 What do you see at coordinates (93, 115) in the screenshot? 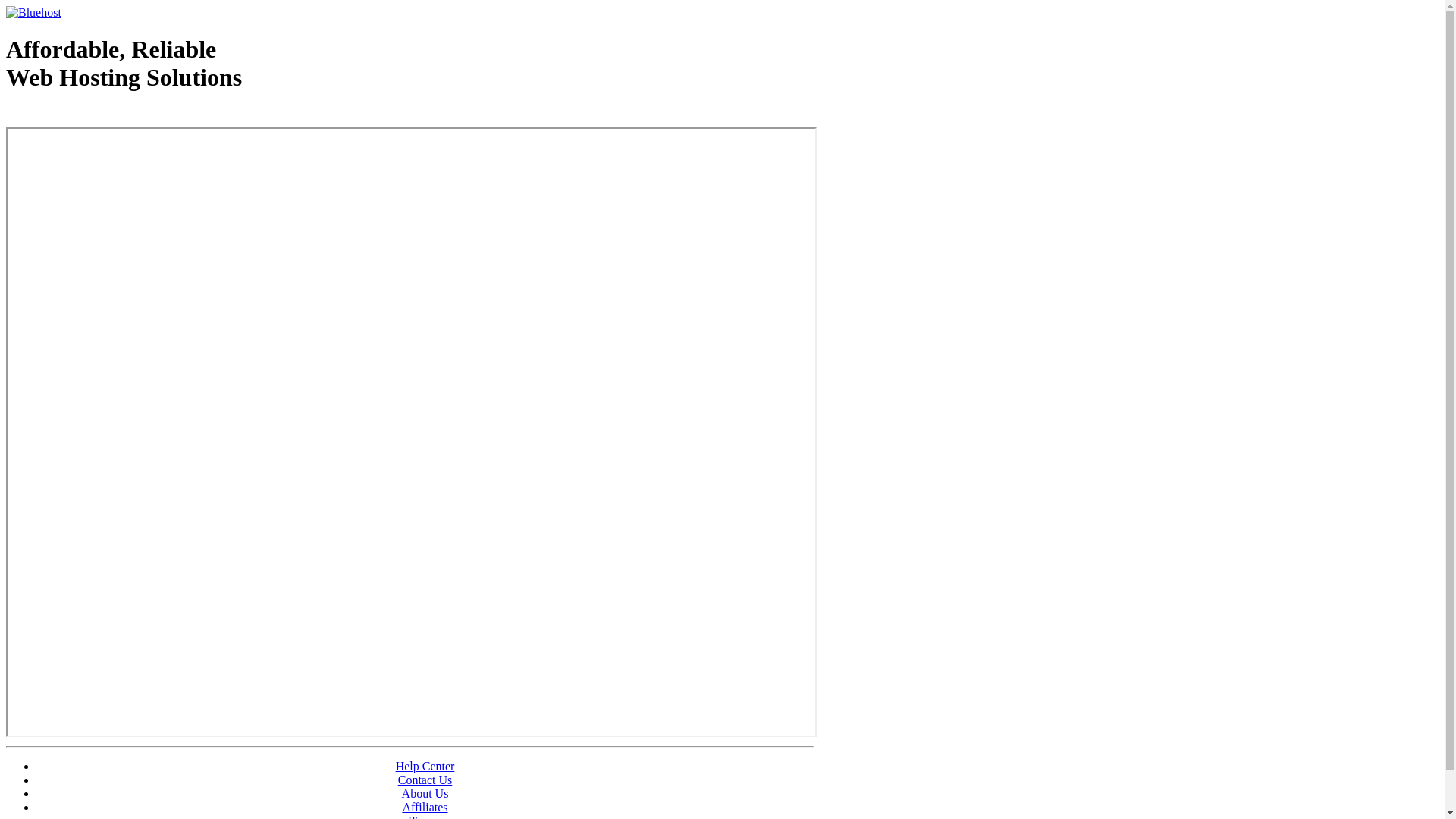
I see `'Web Hosting - courtesy of www.bluehost.com'` at bounding box center [93, 115].